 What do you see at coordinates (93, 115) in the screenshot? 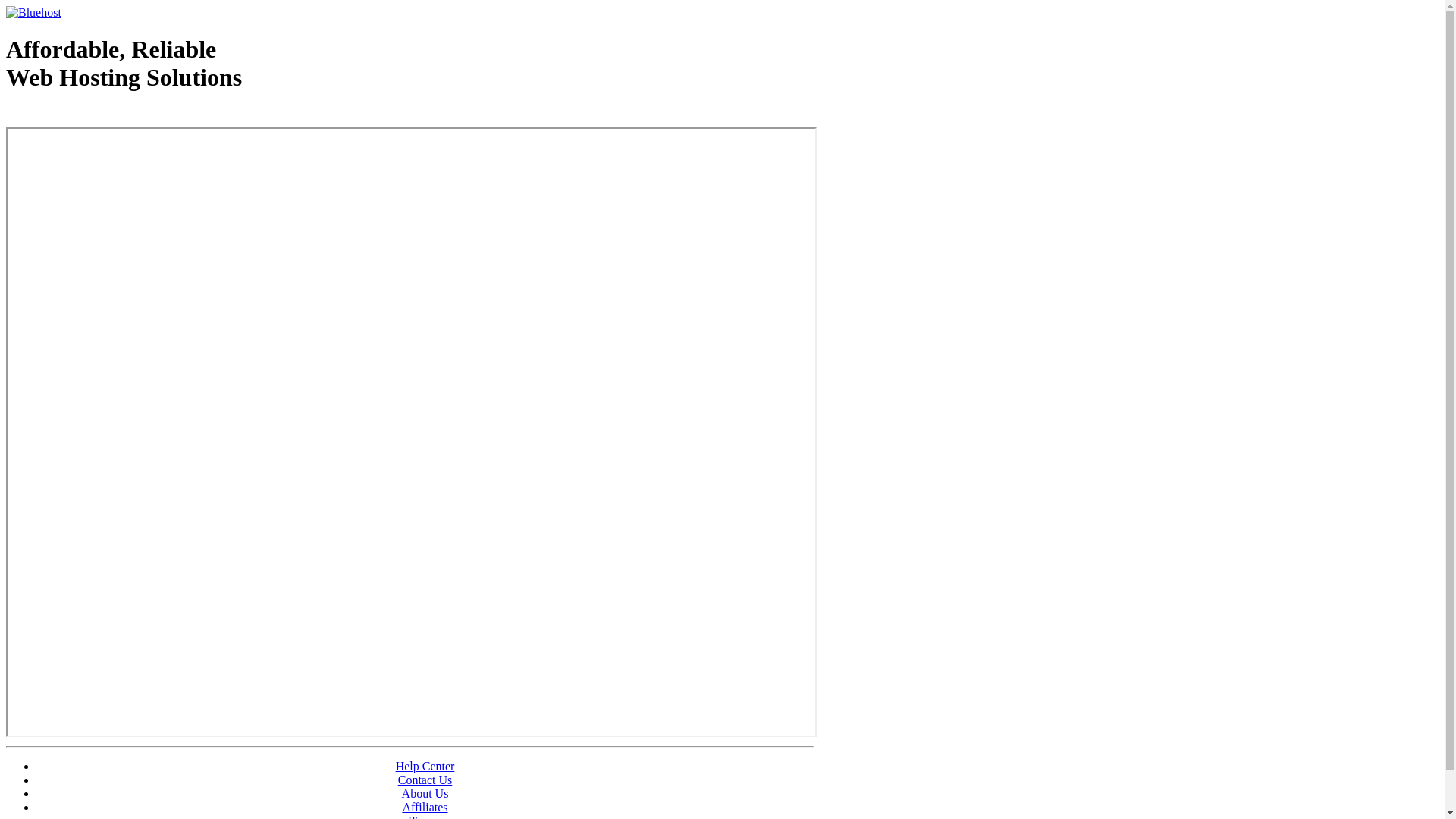
I see `'Web Hosting - courtesy of www.bluehost.com'` at bounding box center [93, 115].